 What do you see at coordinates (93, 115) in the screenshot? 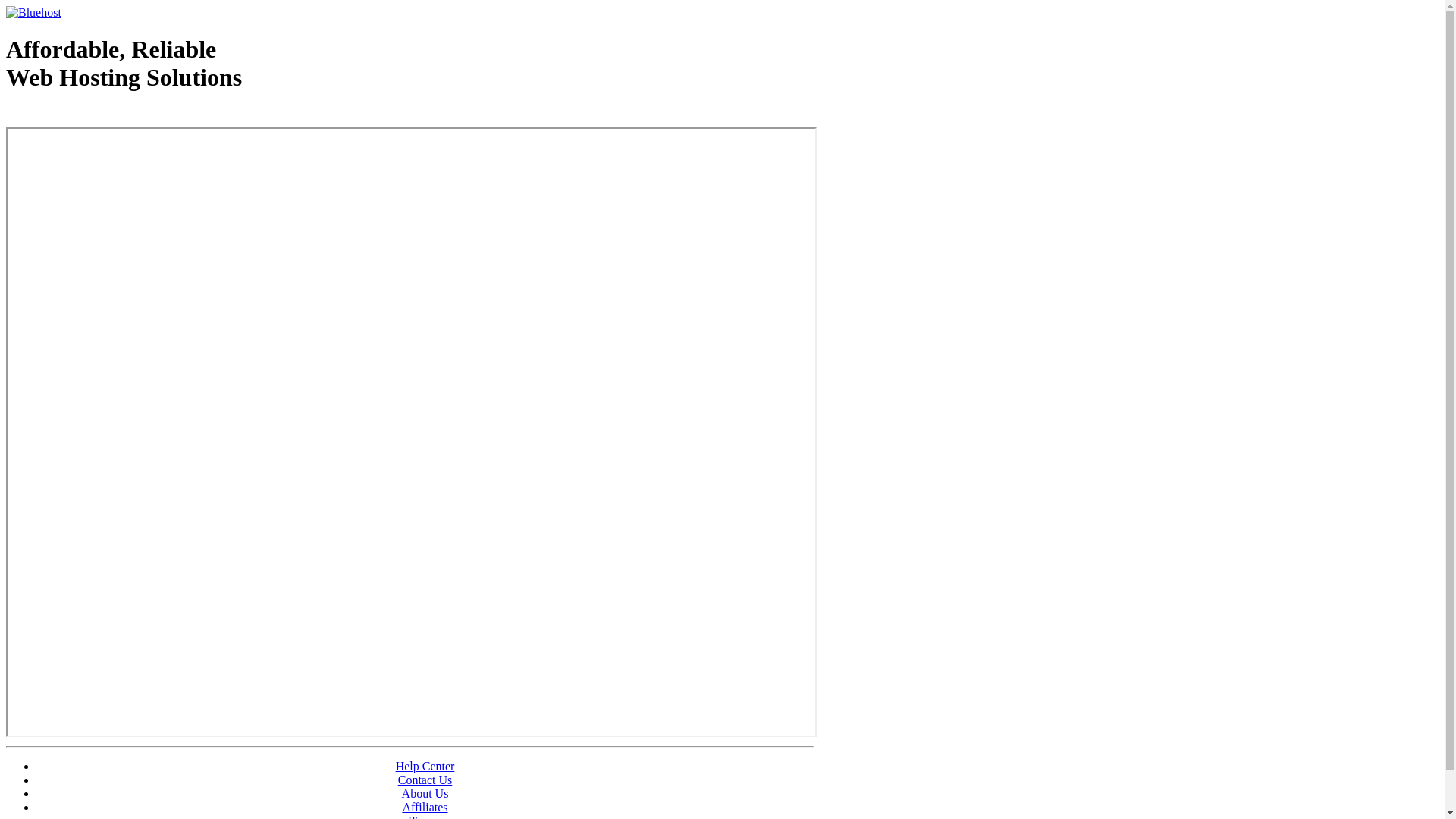
I see `'Web Hosting - courtesy of www.bluehost.com'` at bounding box center [93, 115].